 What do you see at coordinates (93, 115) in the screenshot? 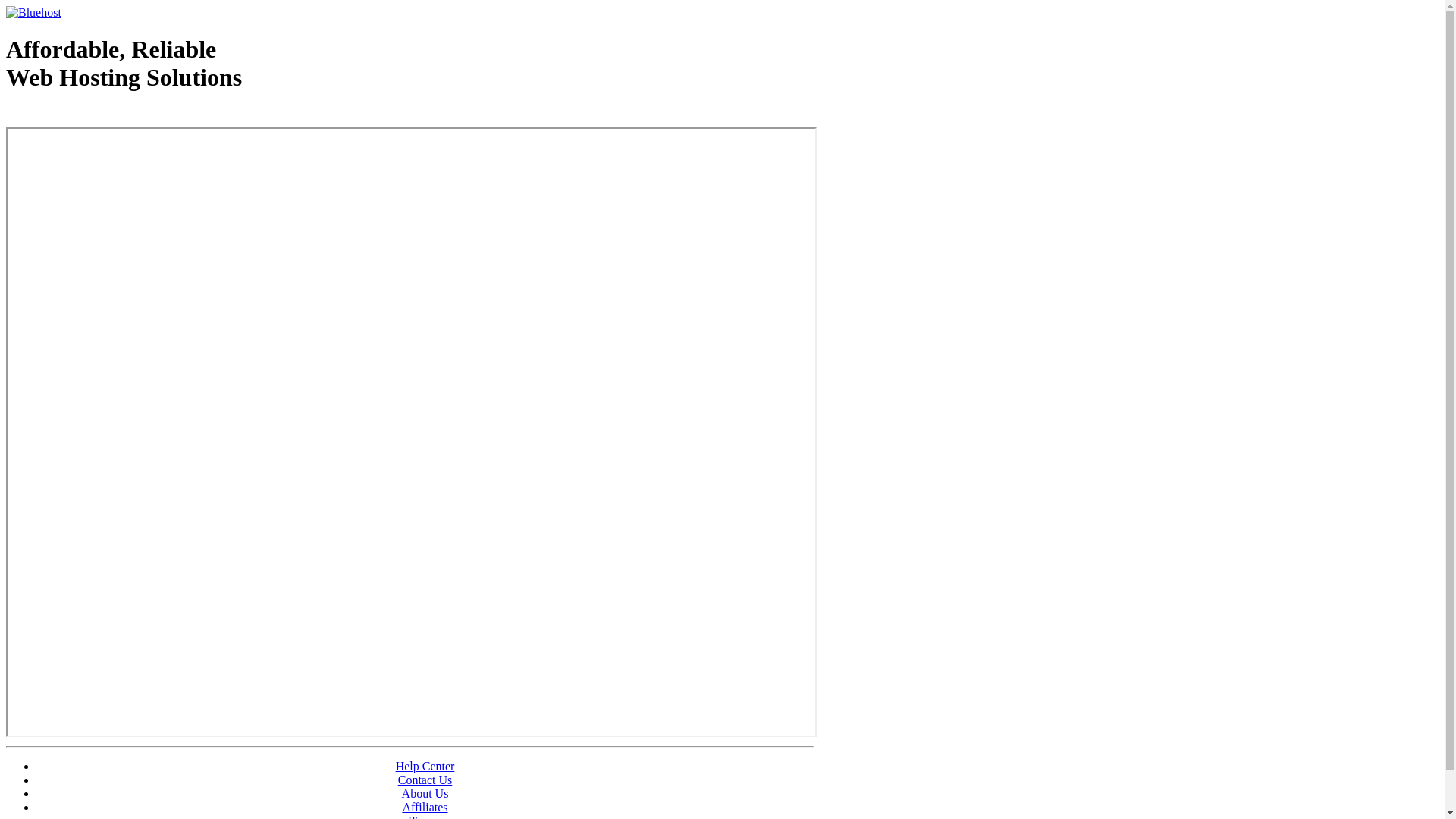
I see `'Web Hosting - courtesy of www.bluehost.com'` at bounding box center [93, 115].